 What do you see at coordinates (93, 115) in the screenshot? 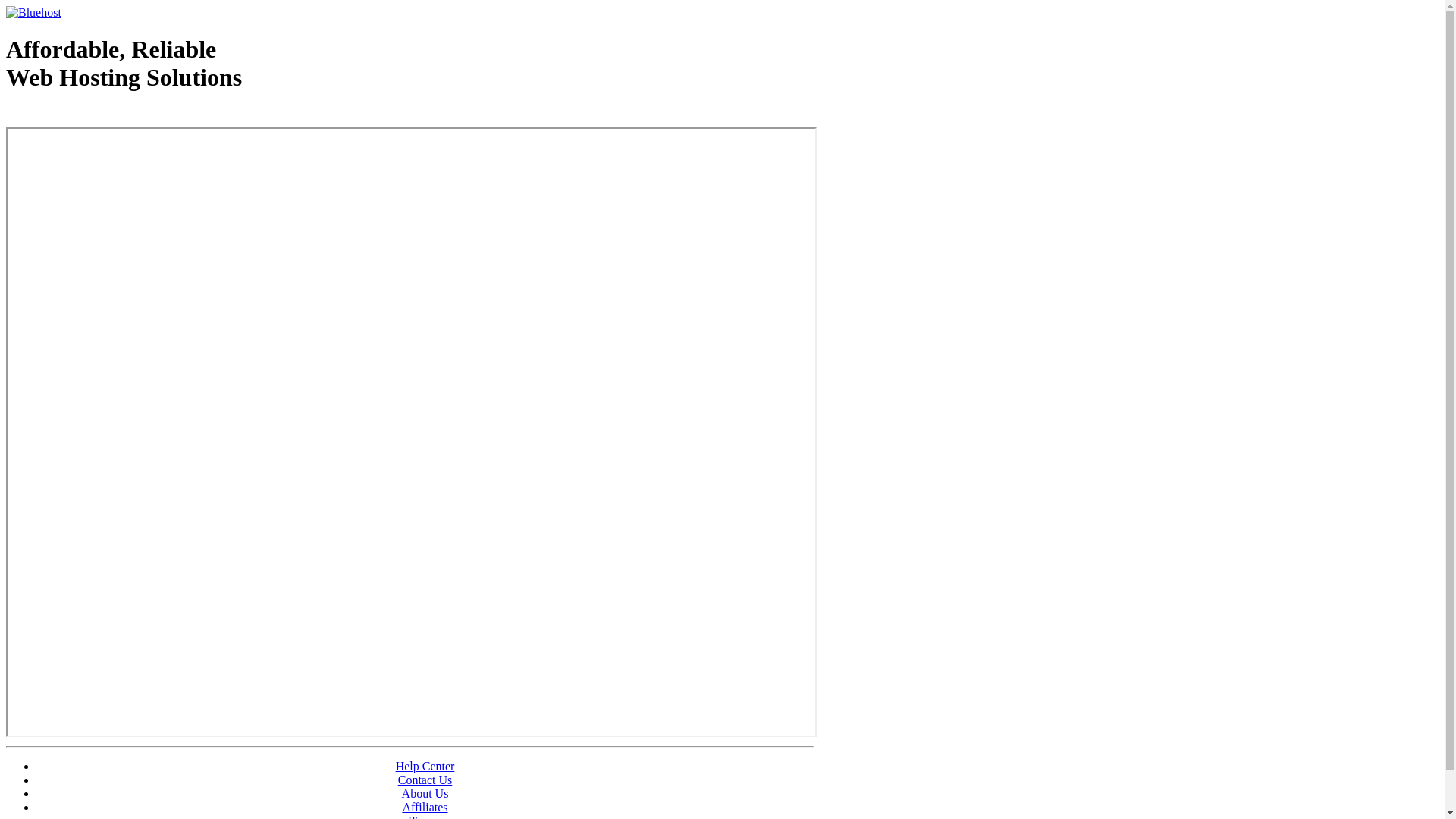
I see `'Web Hosting - courtesy of www.bluehost.com'` at bounding box center [93, 115].